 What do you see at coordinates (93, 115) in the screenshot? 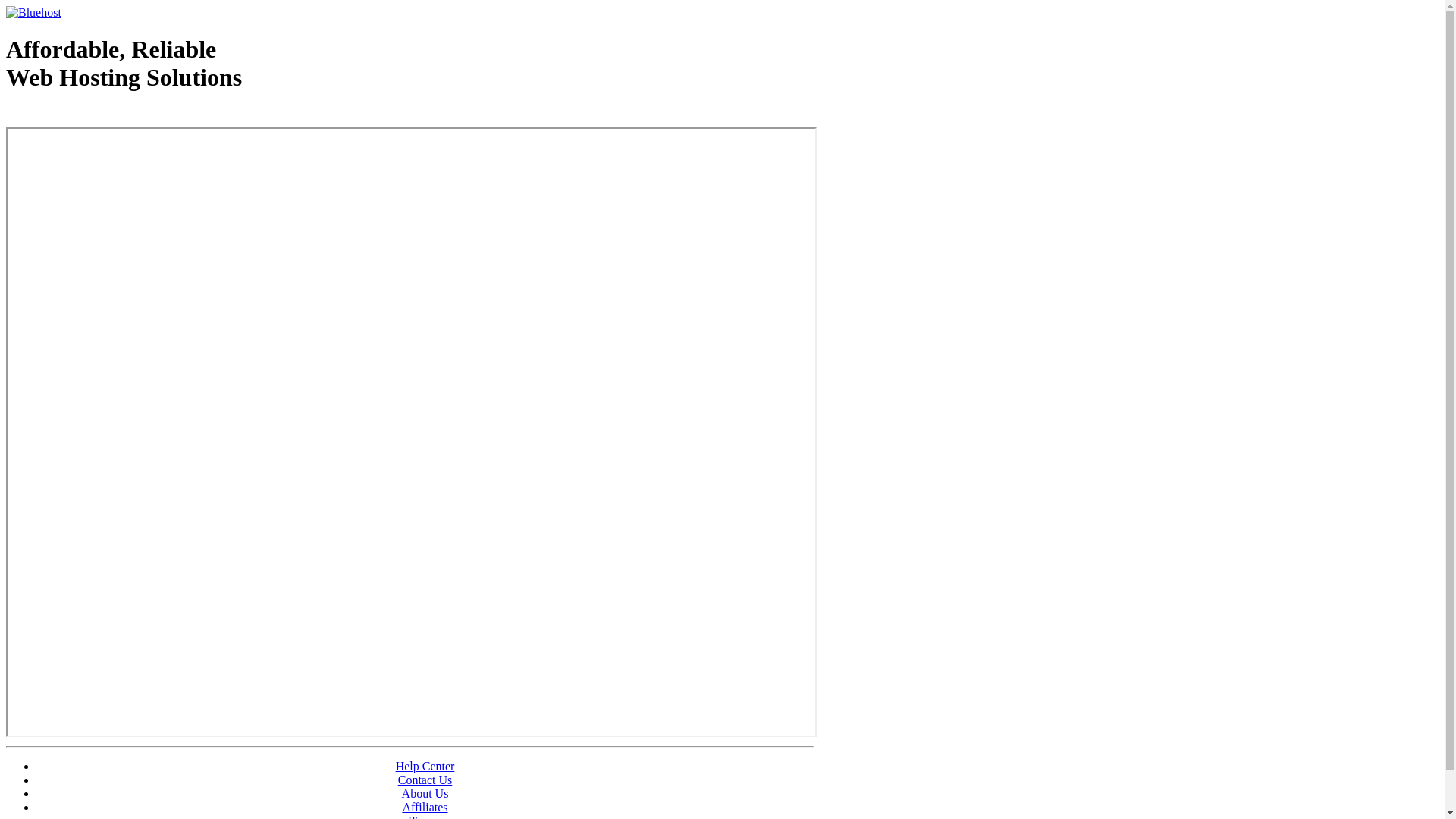
I see `'Web Hosting - courtesy of www.bluehost.com'` at bounding box center [93, 115].